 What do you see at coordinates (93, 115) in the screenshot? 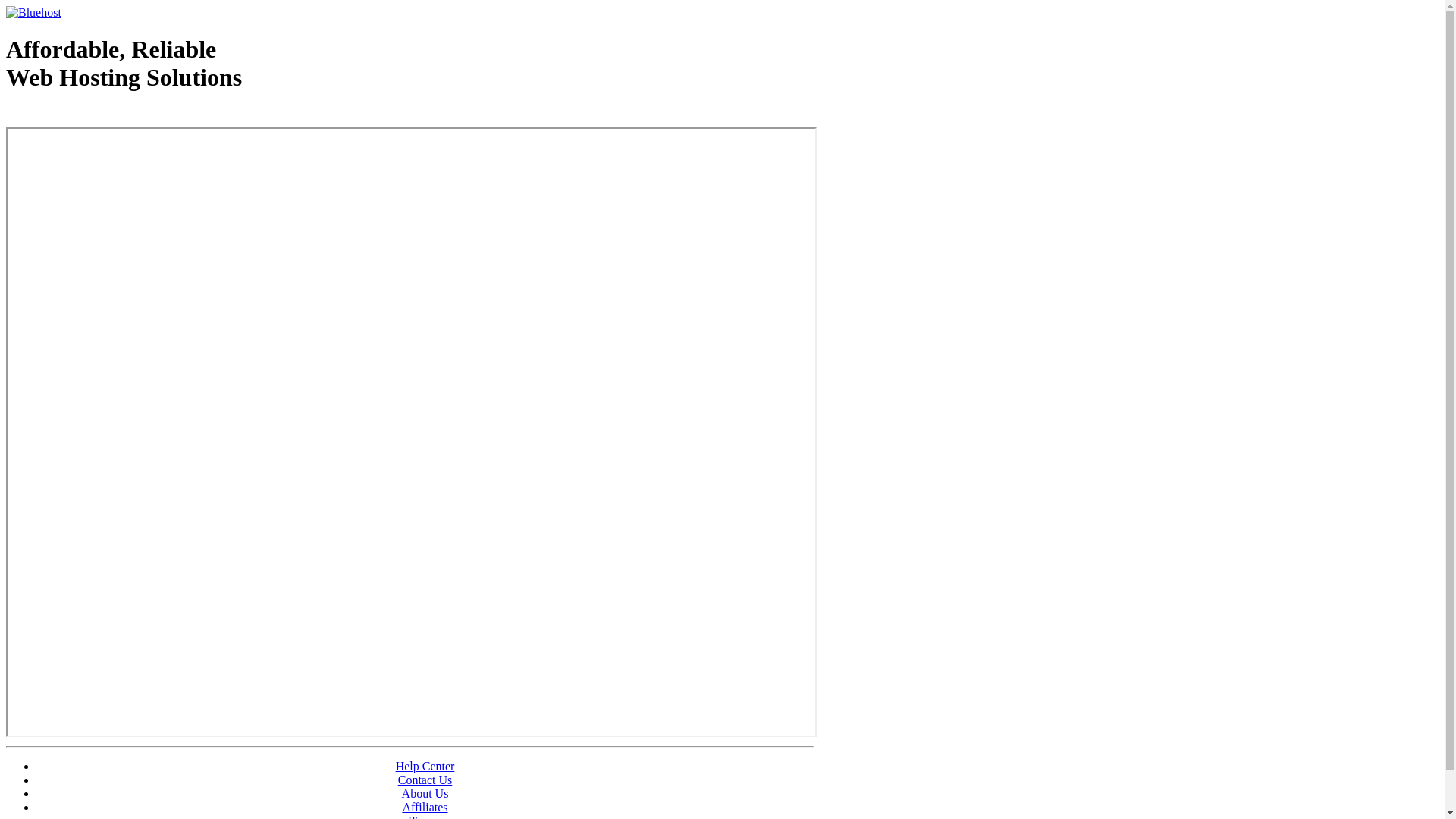
I see `'Web Hosting - courtesy of www.bluehost.com'` at bounding box center [93, 115].